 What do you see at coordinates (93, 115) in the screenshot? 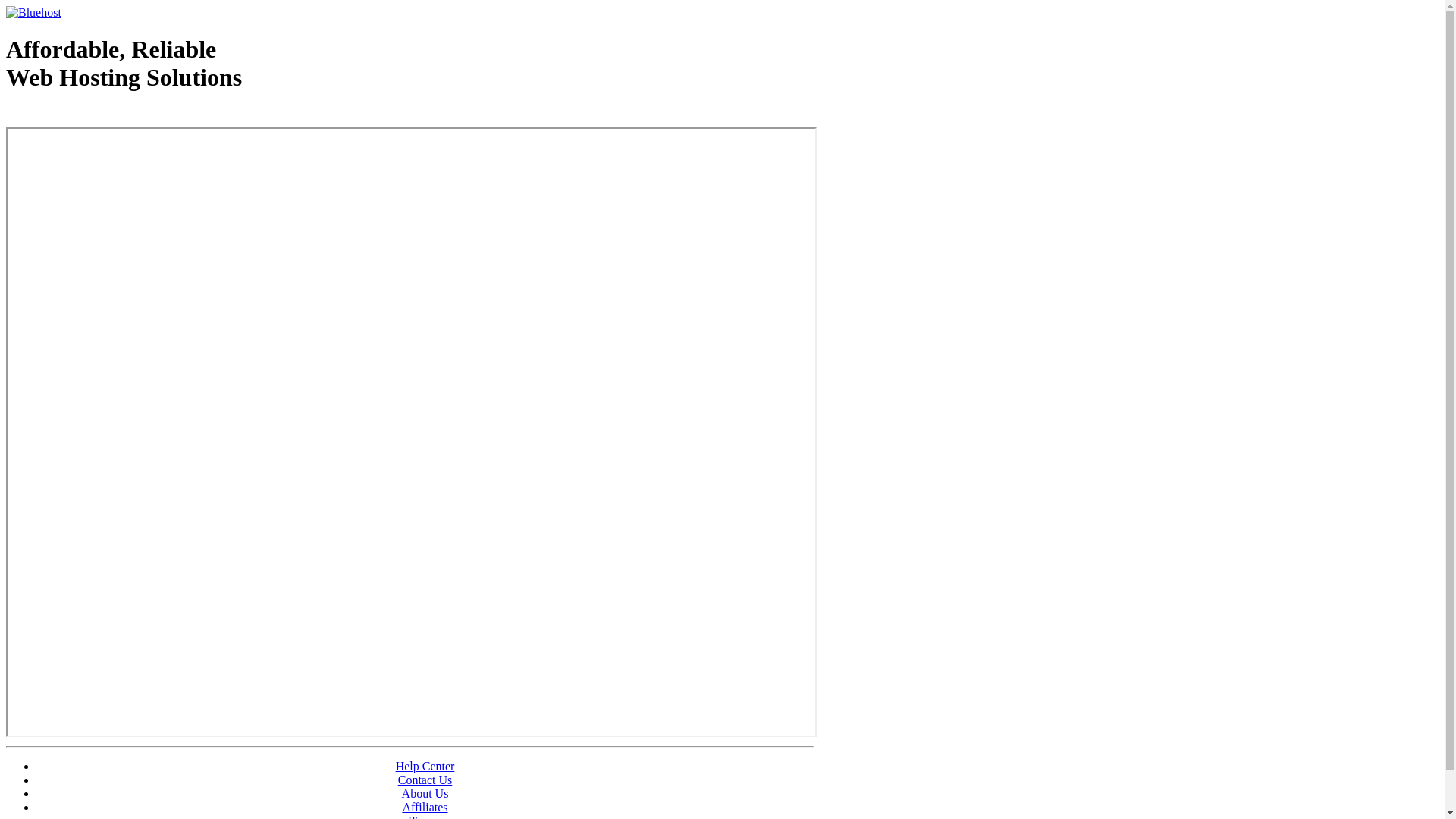
I see `'Web Hosting - courtesy of www.bluehost.com'` at bounding box center [93, 115].